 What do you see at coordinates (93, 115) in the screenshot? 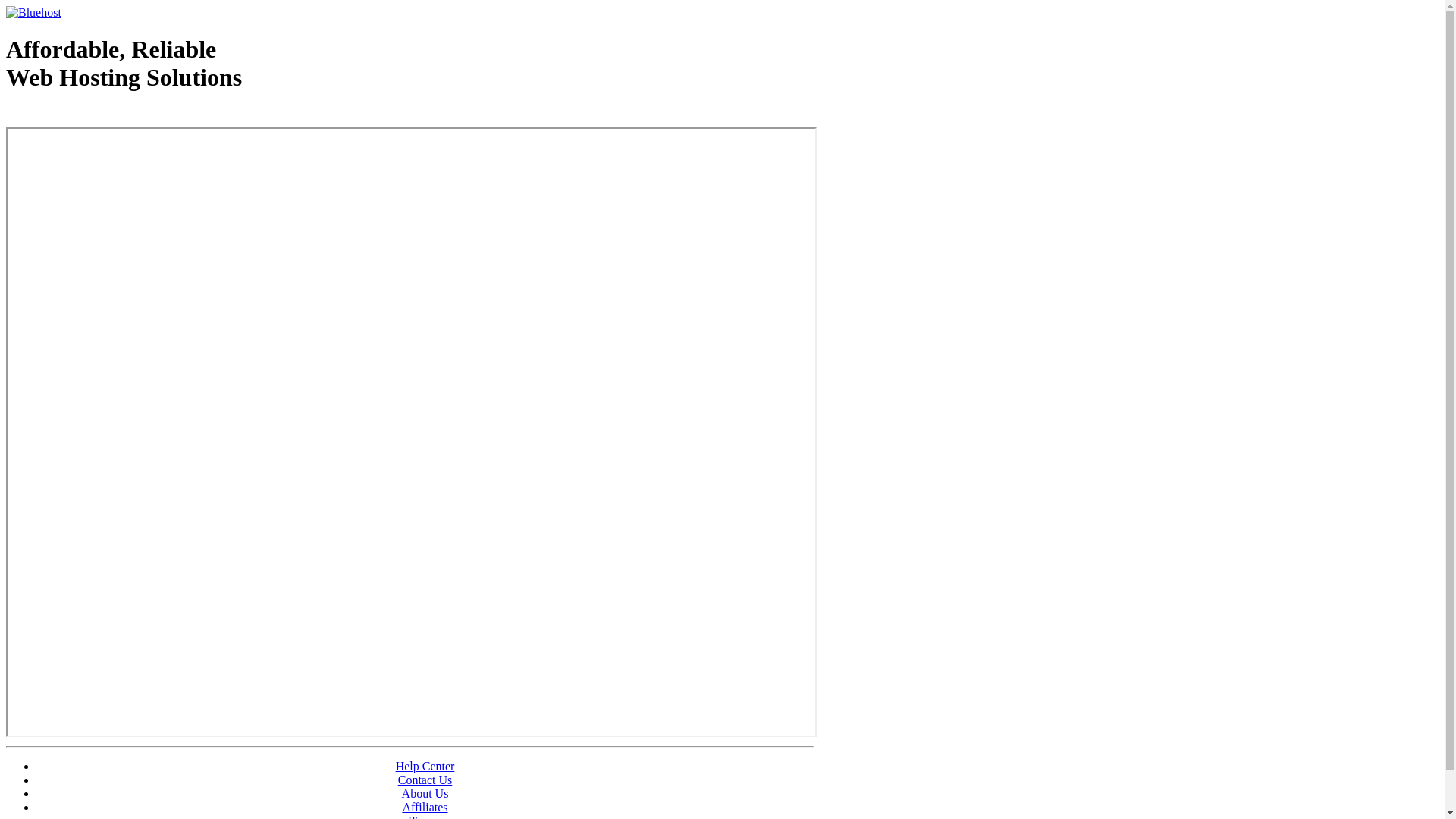
I see `'Web Hosting - courtesy of www.bluehost.com'` at bounding box center [93, 115].